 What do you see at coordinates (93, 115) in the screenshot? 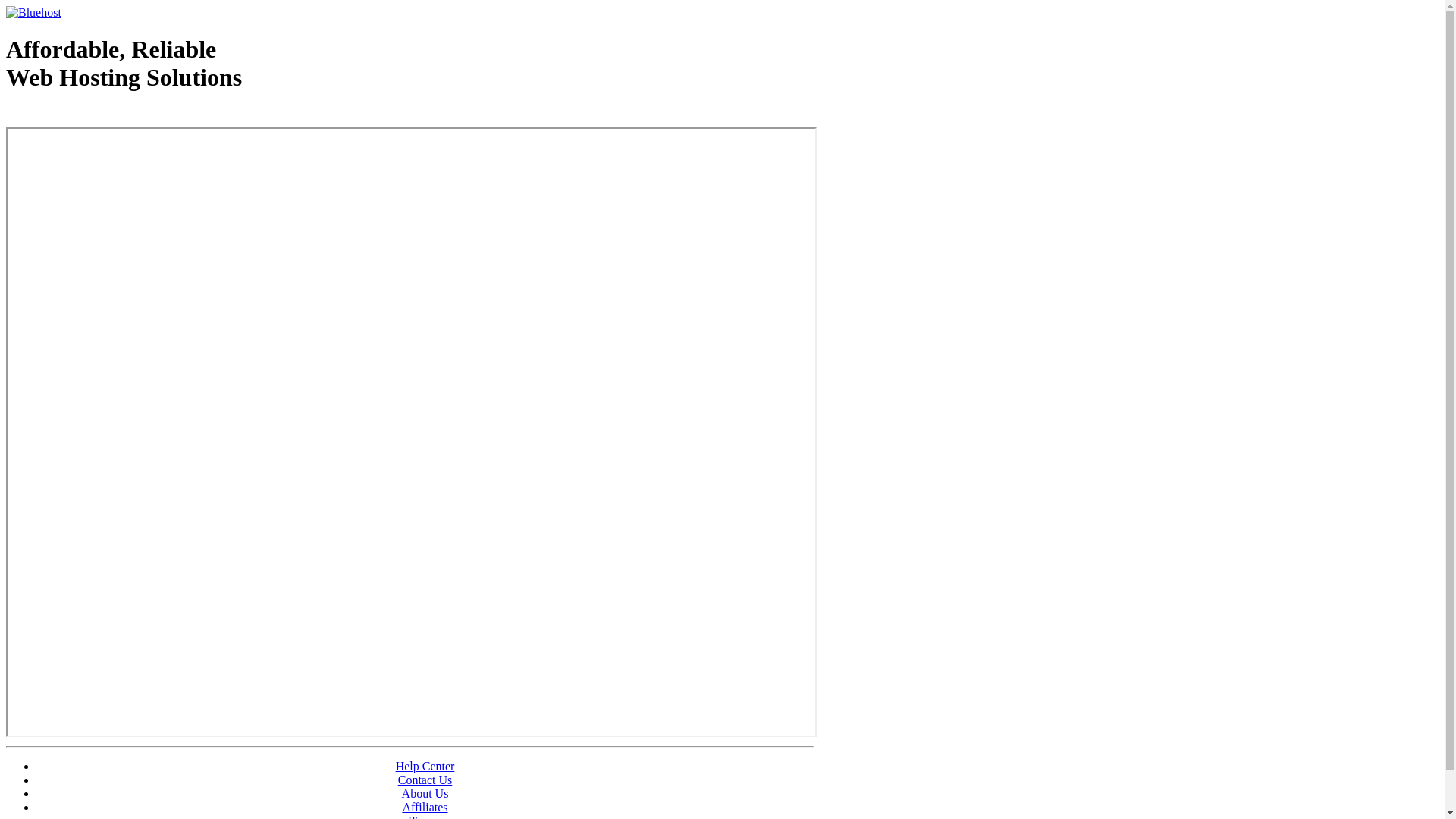
I see `'Web Hosting - courtesy of www.bluehost.com'` at bounding box center [93, 115].